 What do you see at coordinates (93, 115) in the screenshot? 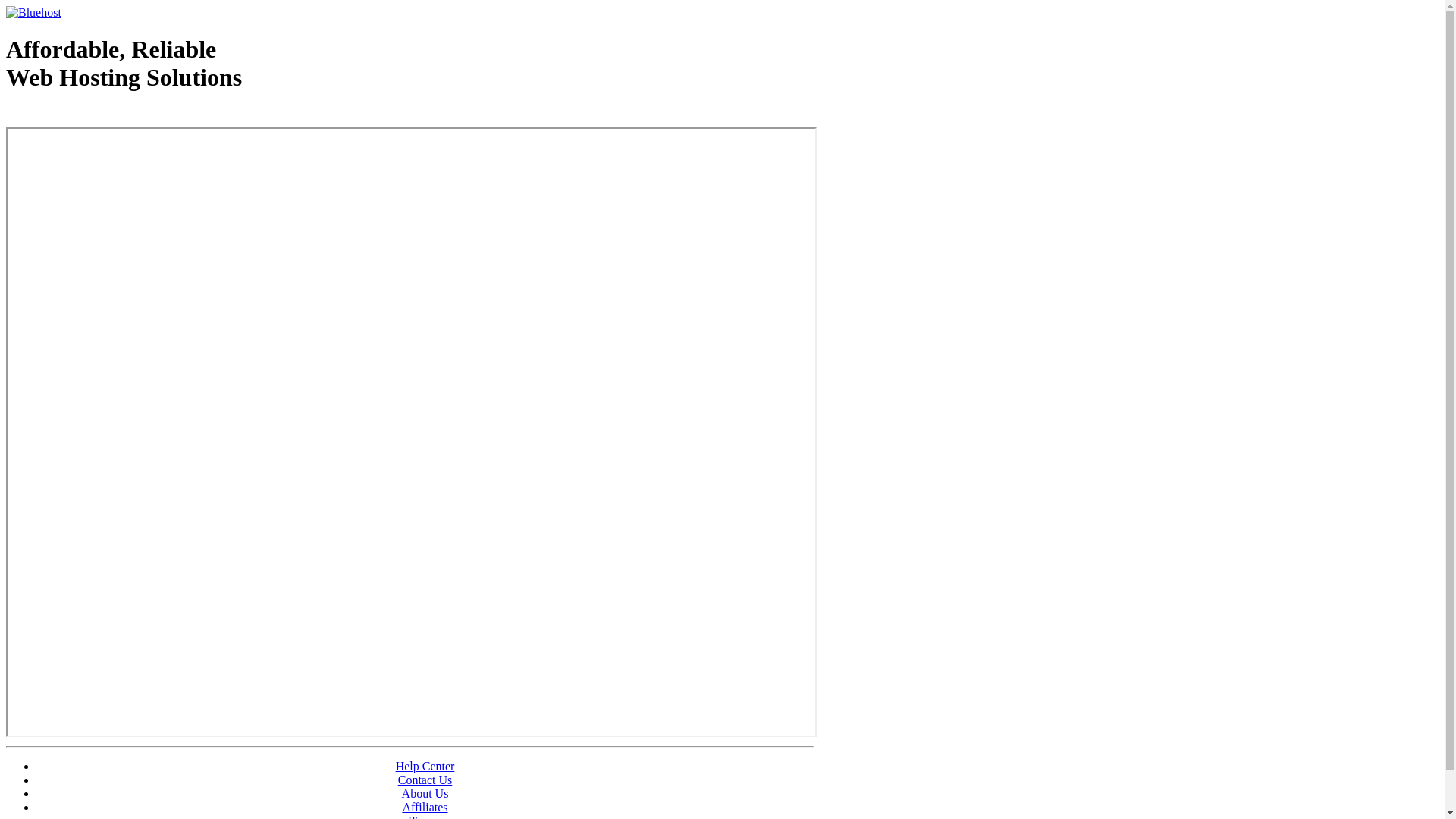
I see `'Web Hosting - courtesy of www.bluehost.com'` at bounding box center [93, 115].